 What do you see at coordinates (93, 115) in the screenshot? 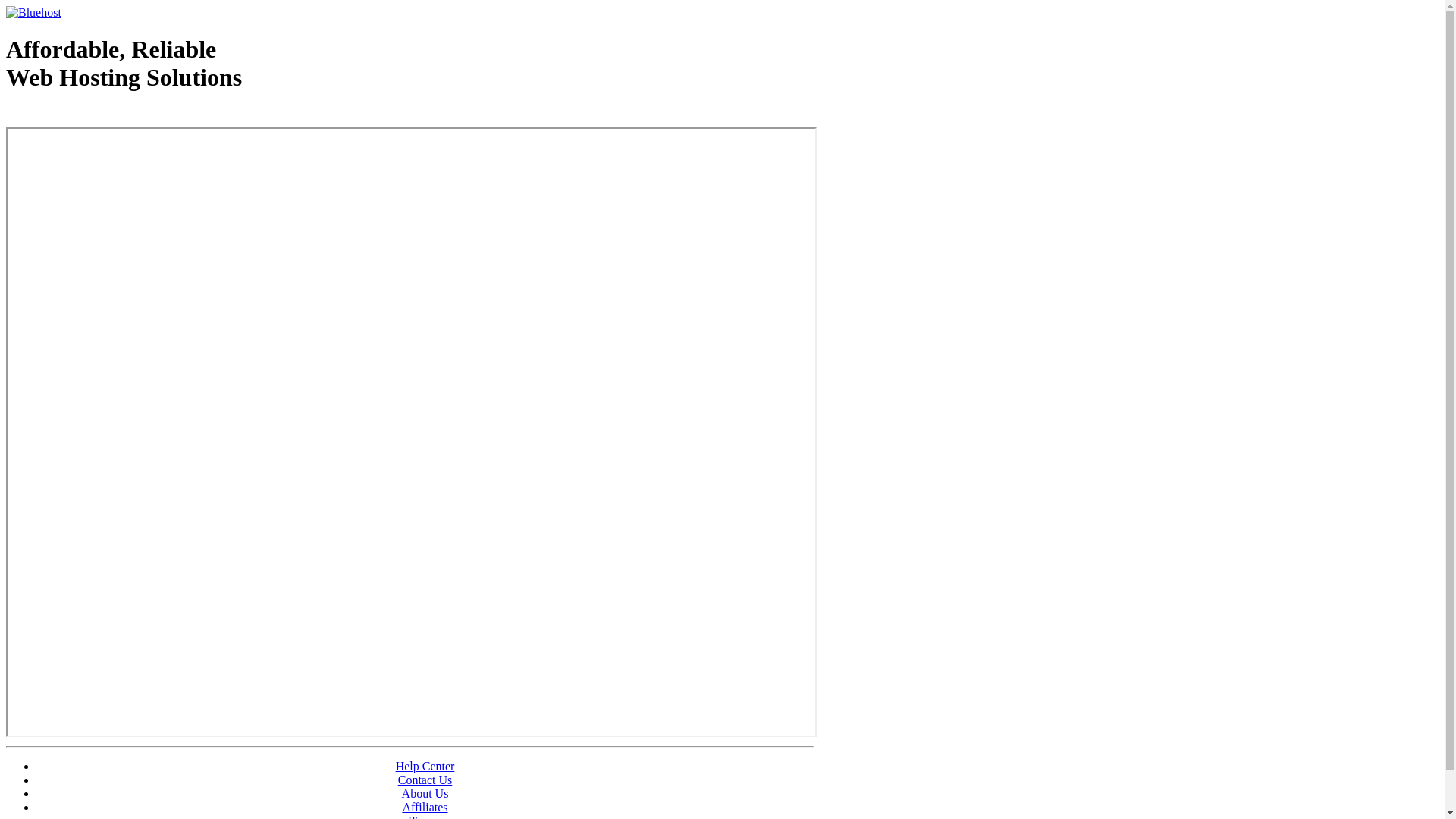
I see `'Web Hosting - courtesy of www.bluehost.com'` at bounding box center [93, 115].